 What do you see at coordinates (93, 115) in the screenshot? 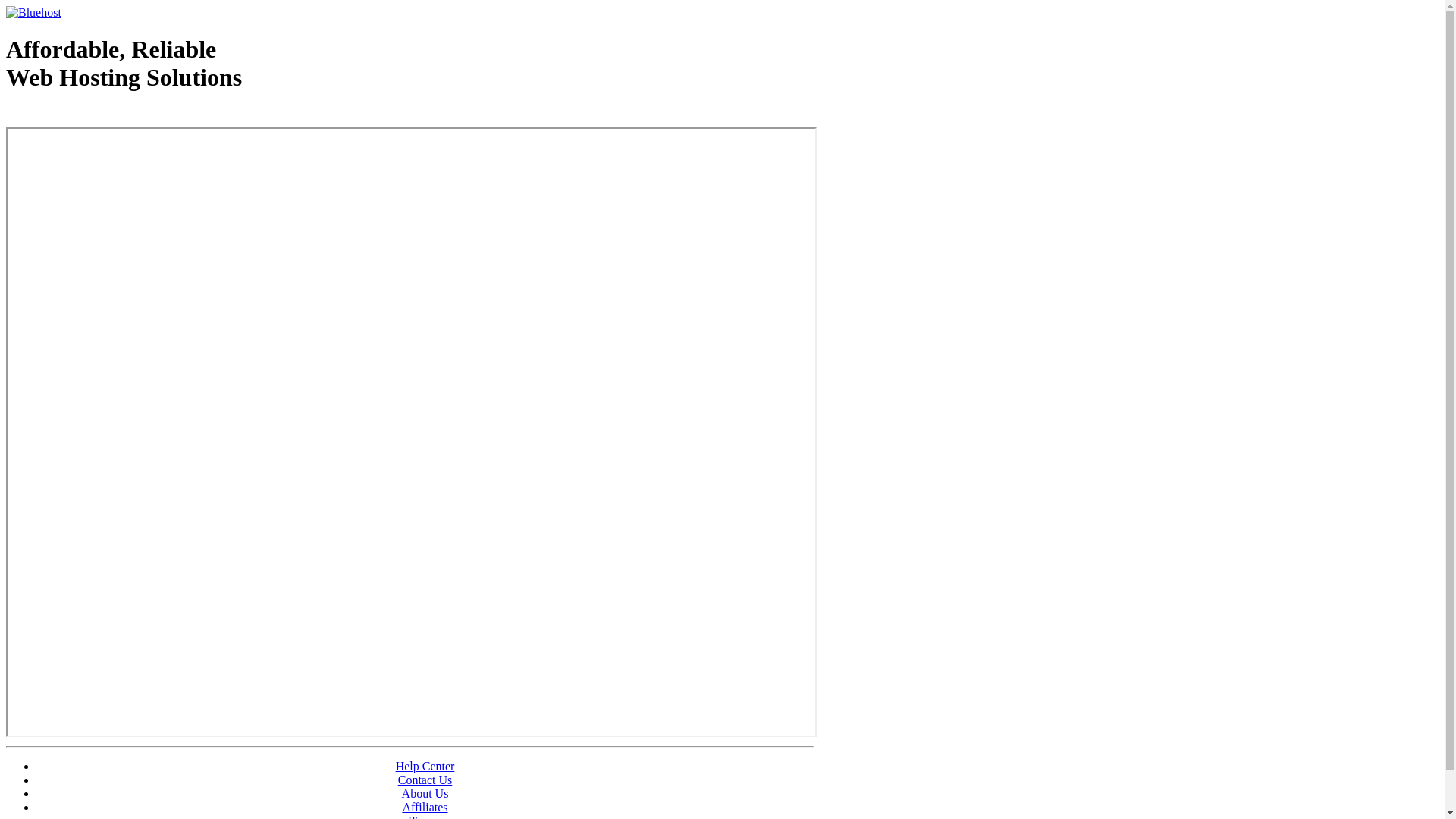
I see `'Web Hosting - courtesy of www.bluehost.com'` at bounding box center [93, 115].